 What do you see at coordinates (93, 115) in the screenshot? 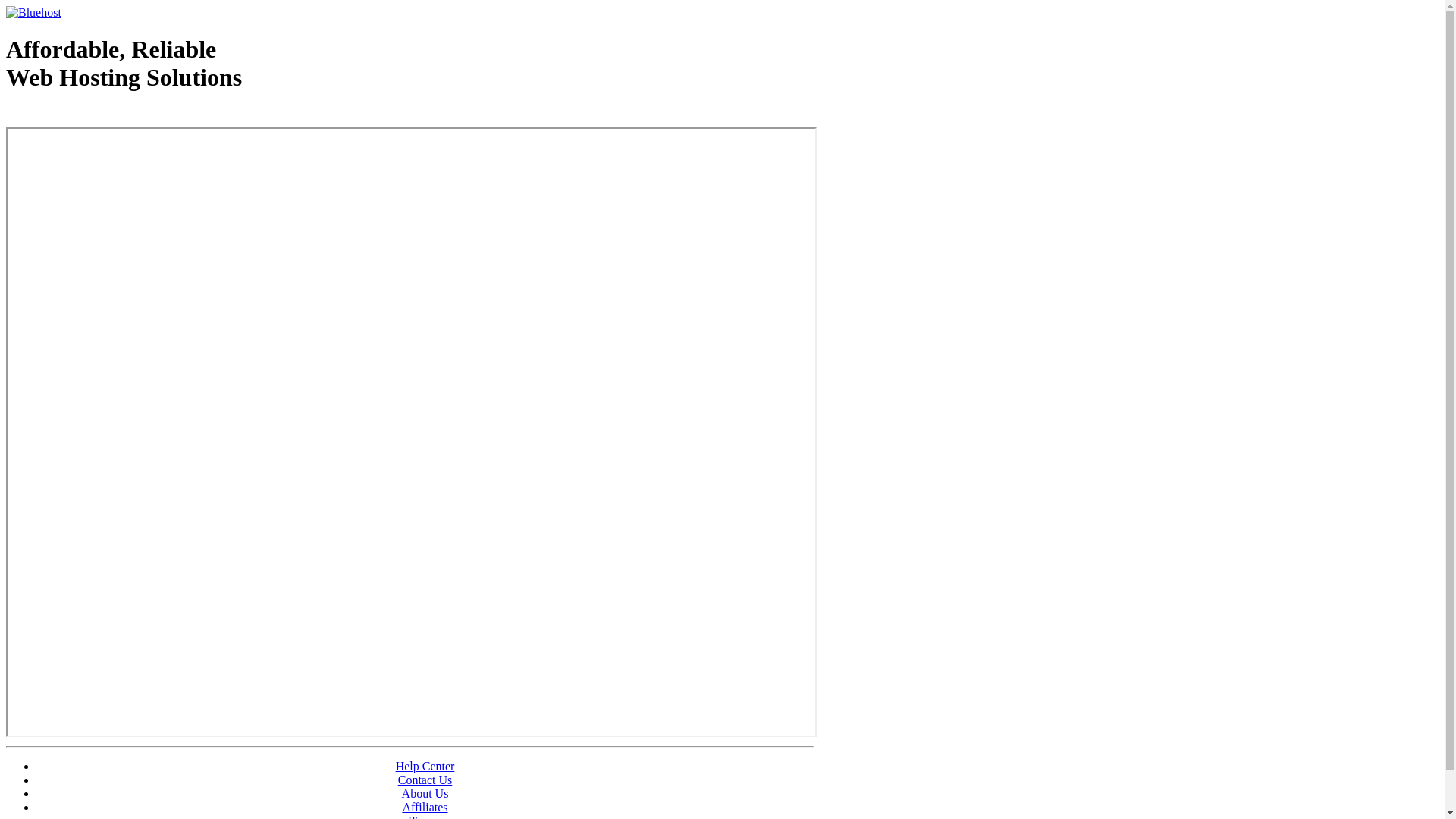
I see `'Web Hosting - courtesy of www.bluehost.com'` at bounding box center [93, 115].